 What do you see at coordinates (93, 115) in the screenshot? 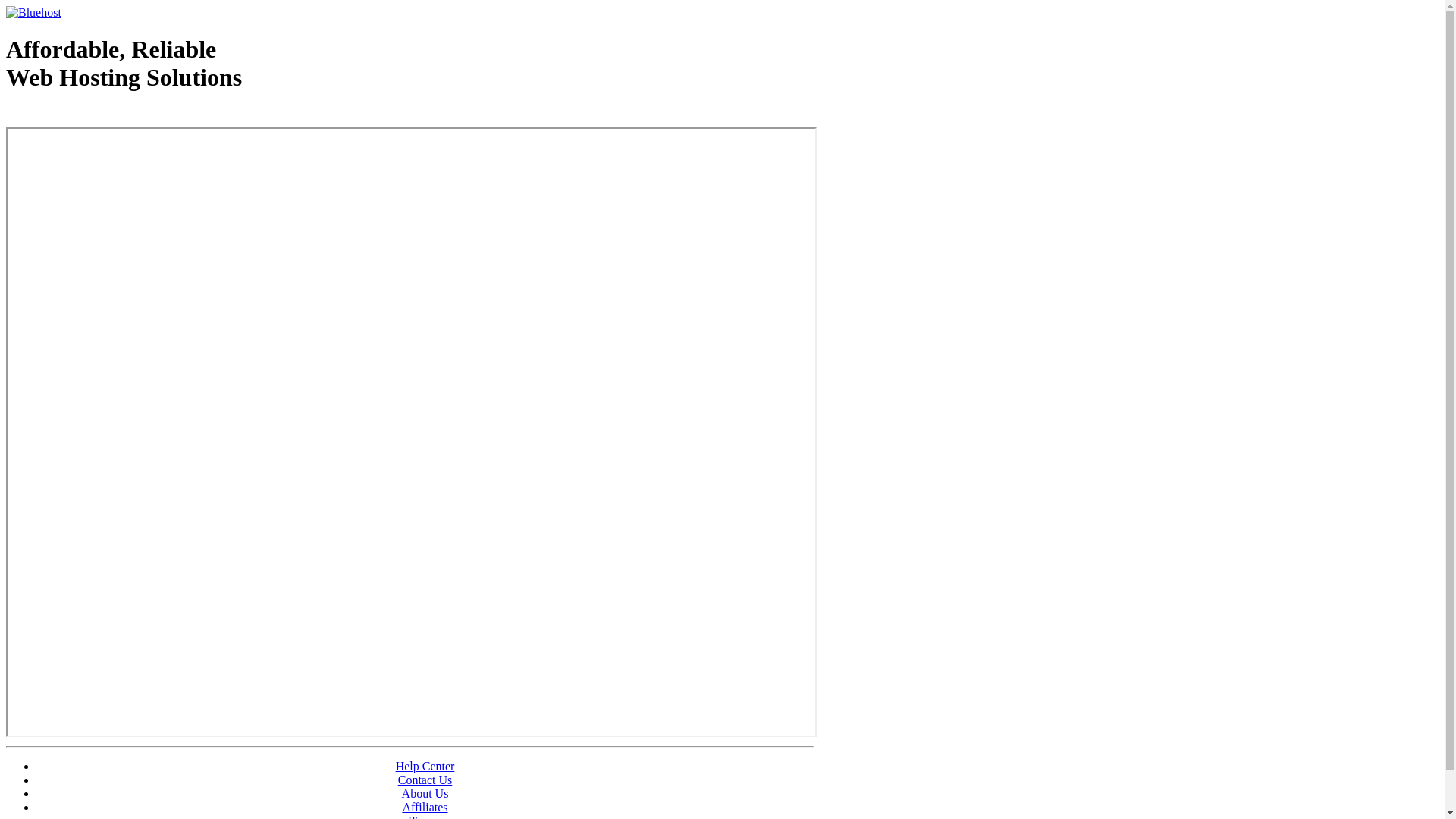
I see `'Web Hosting - courtesy of www.bluehost.com'` at bounding box center [93, 115].